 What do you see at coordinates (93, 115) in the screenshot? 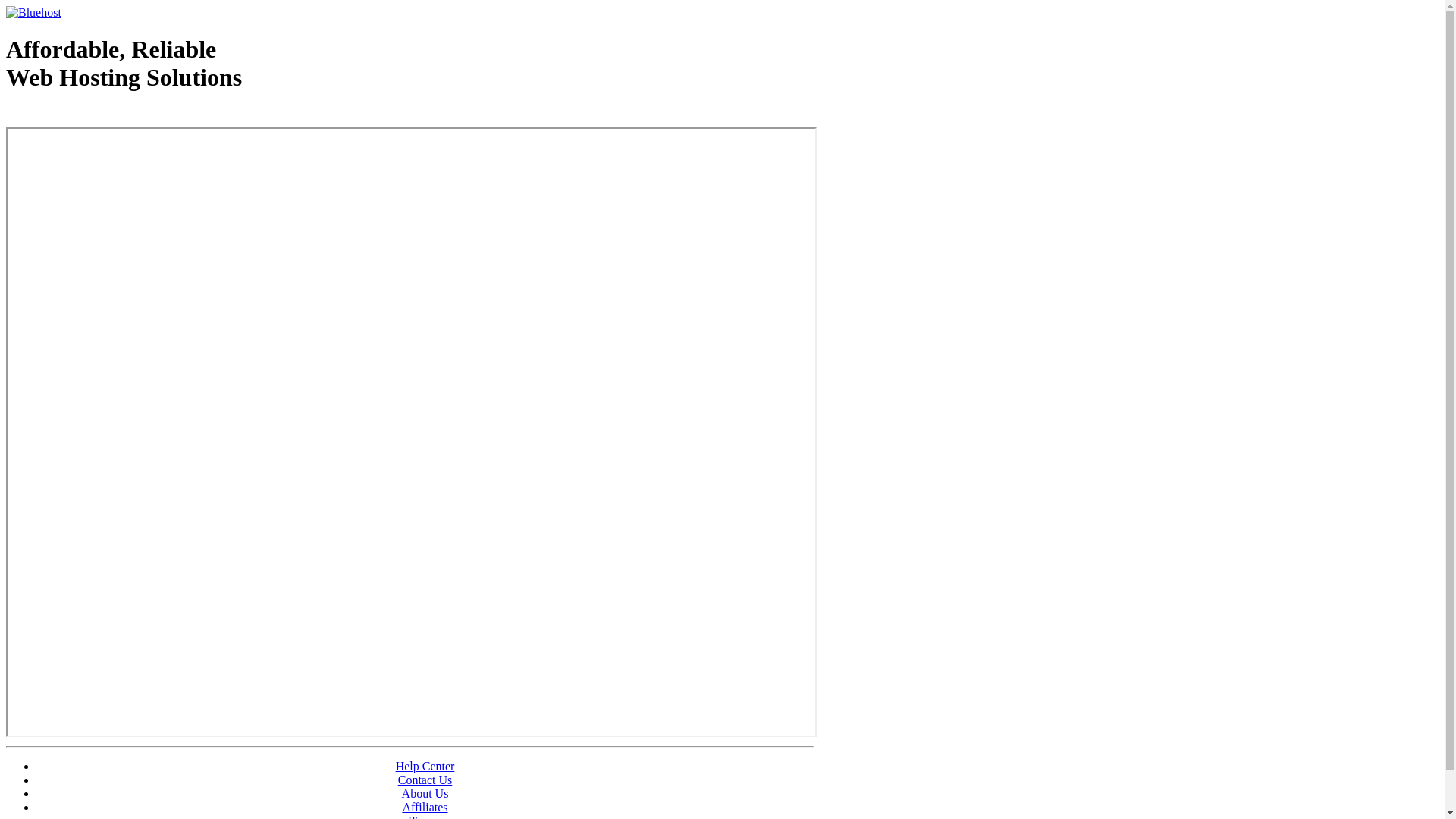
I see `'Web Hosting - courtesy of www.bluehost.com'` at bounding box center [93, 115].